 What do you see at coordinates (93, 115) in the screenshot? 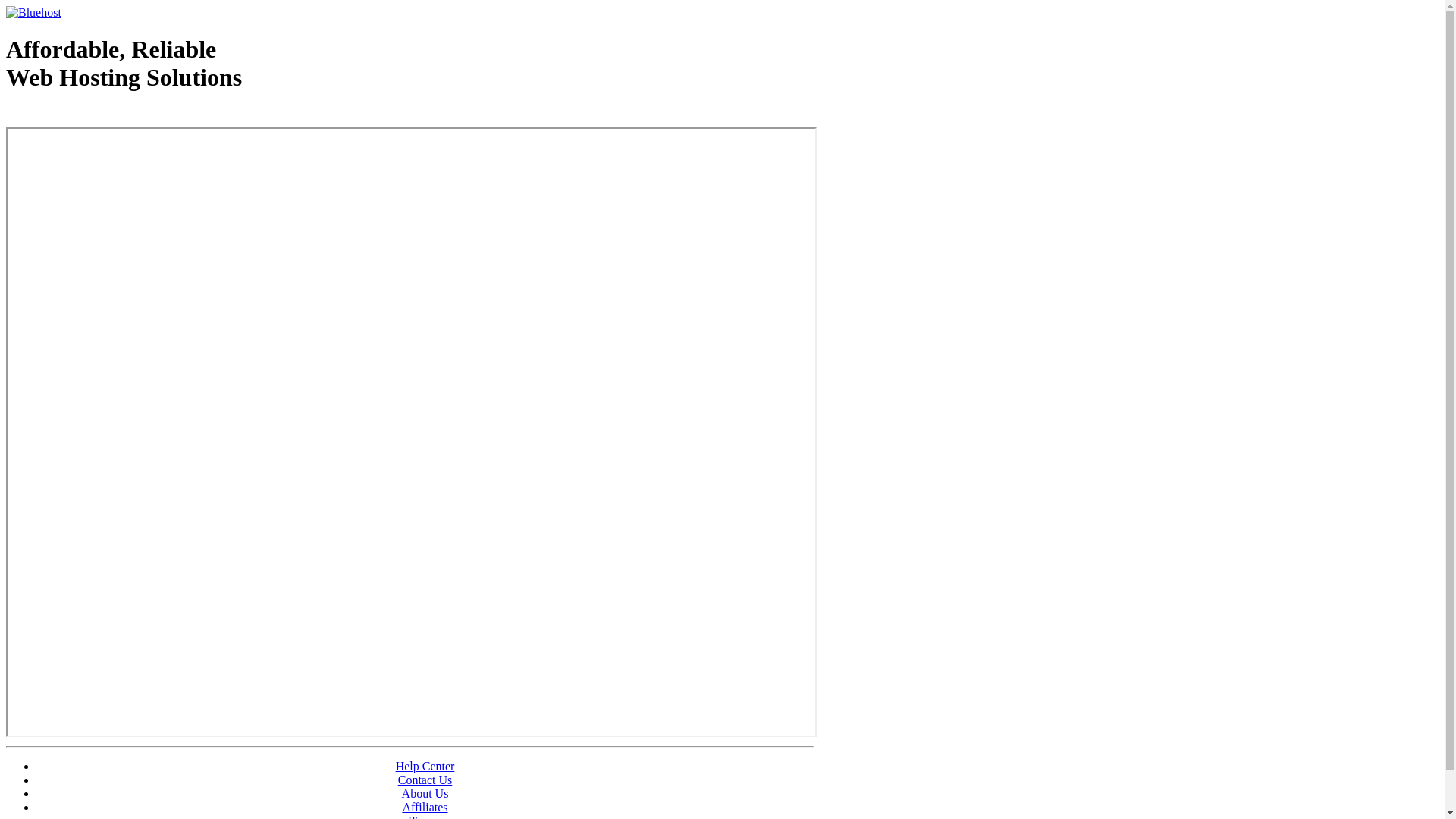
I see `'Web Hosting - courtesy of www.bluehost.com'` at bounding box center [93, 115].